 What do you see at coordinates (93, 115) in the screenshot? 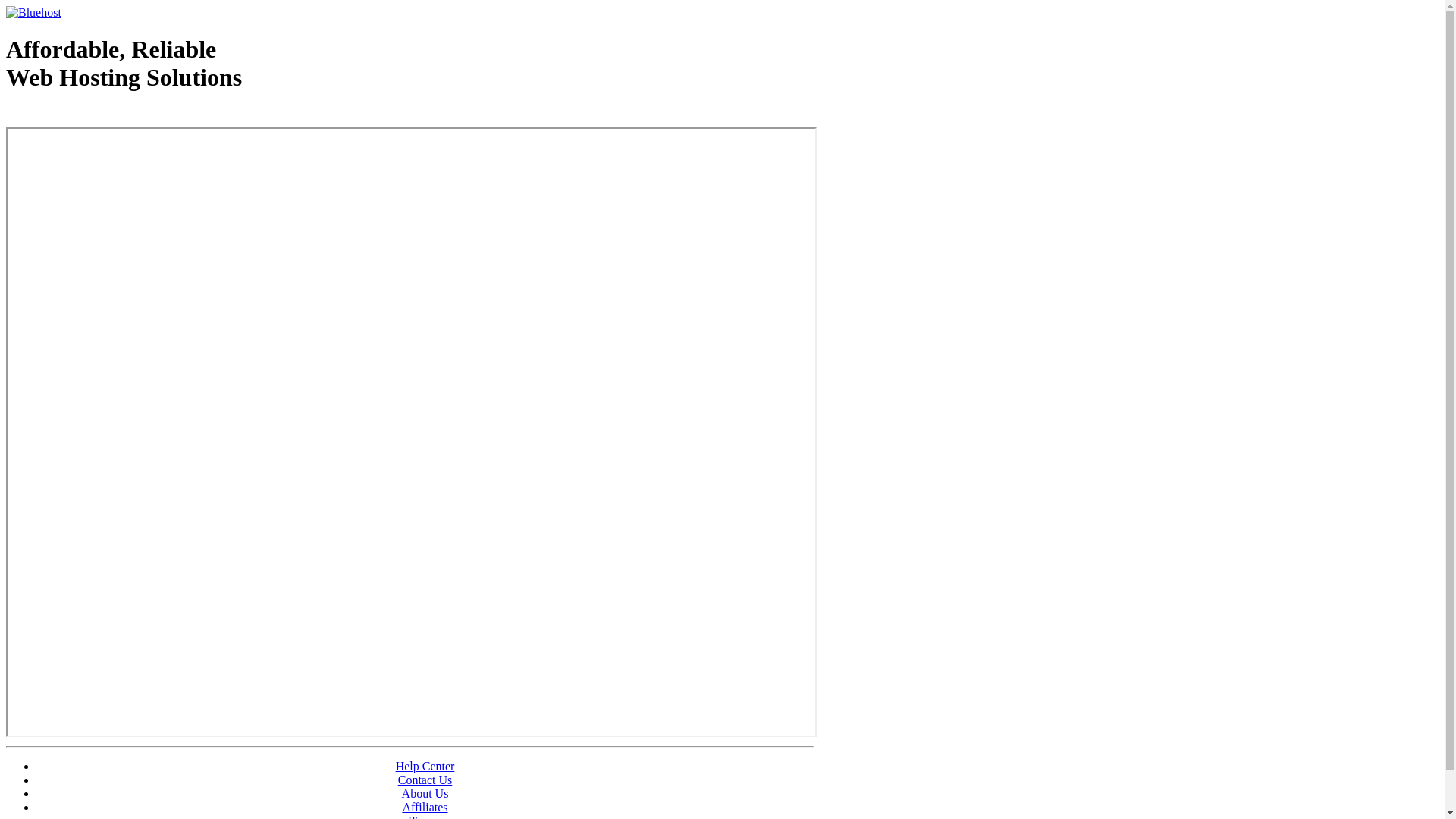
I see `'Web Hosting - courtesy of www.bluehost.com'` at bounding box center [93, 115].